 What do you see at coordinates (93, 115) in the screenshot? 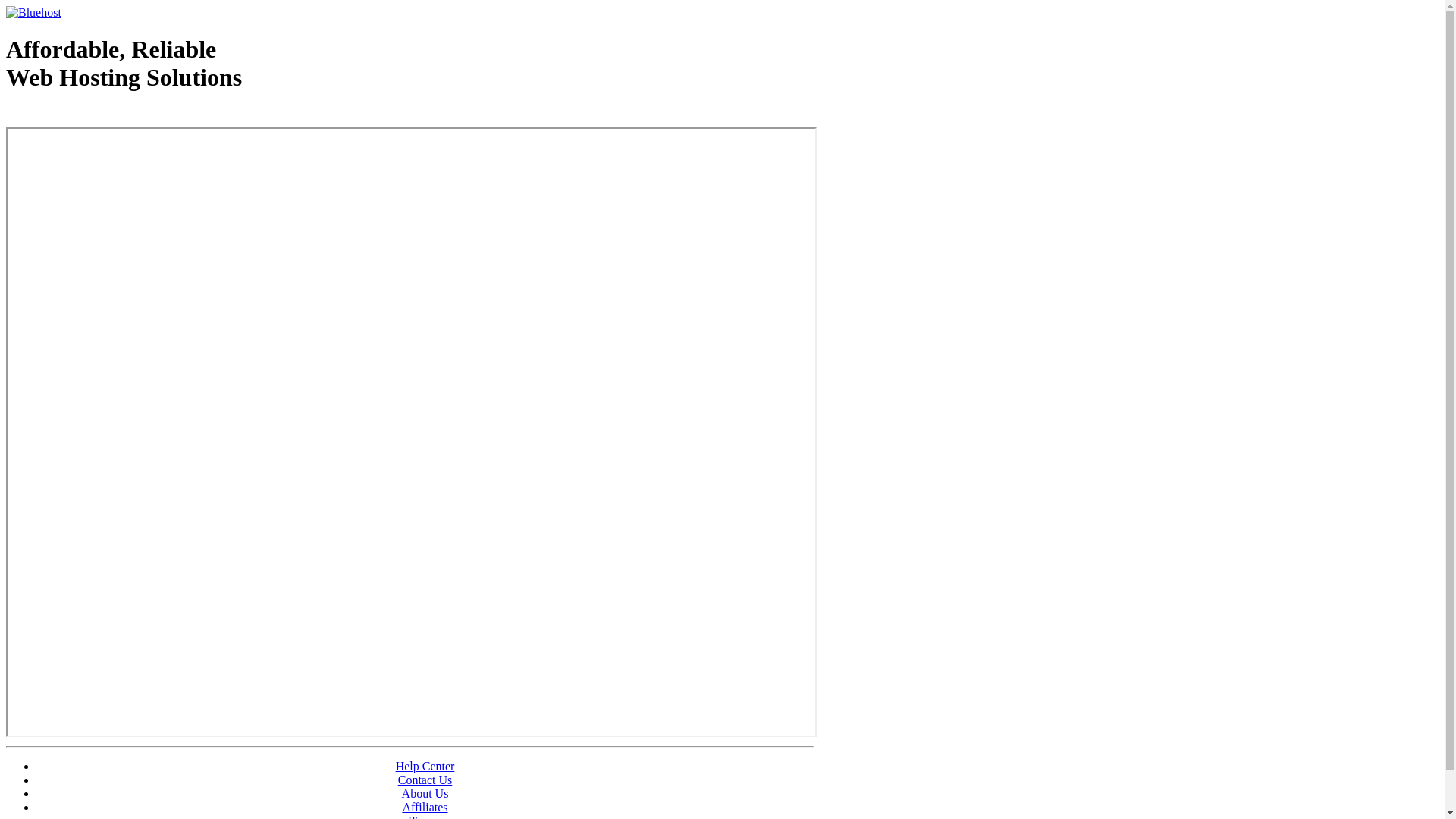
I see `'Web Hosting - courtesy of www.bluehost.com'` at bounding box center [93, 115].